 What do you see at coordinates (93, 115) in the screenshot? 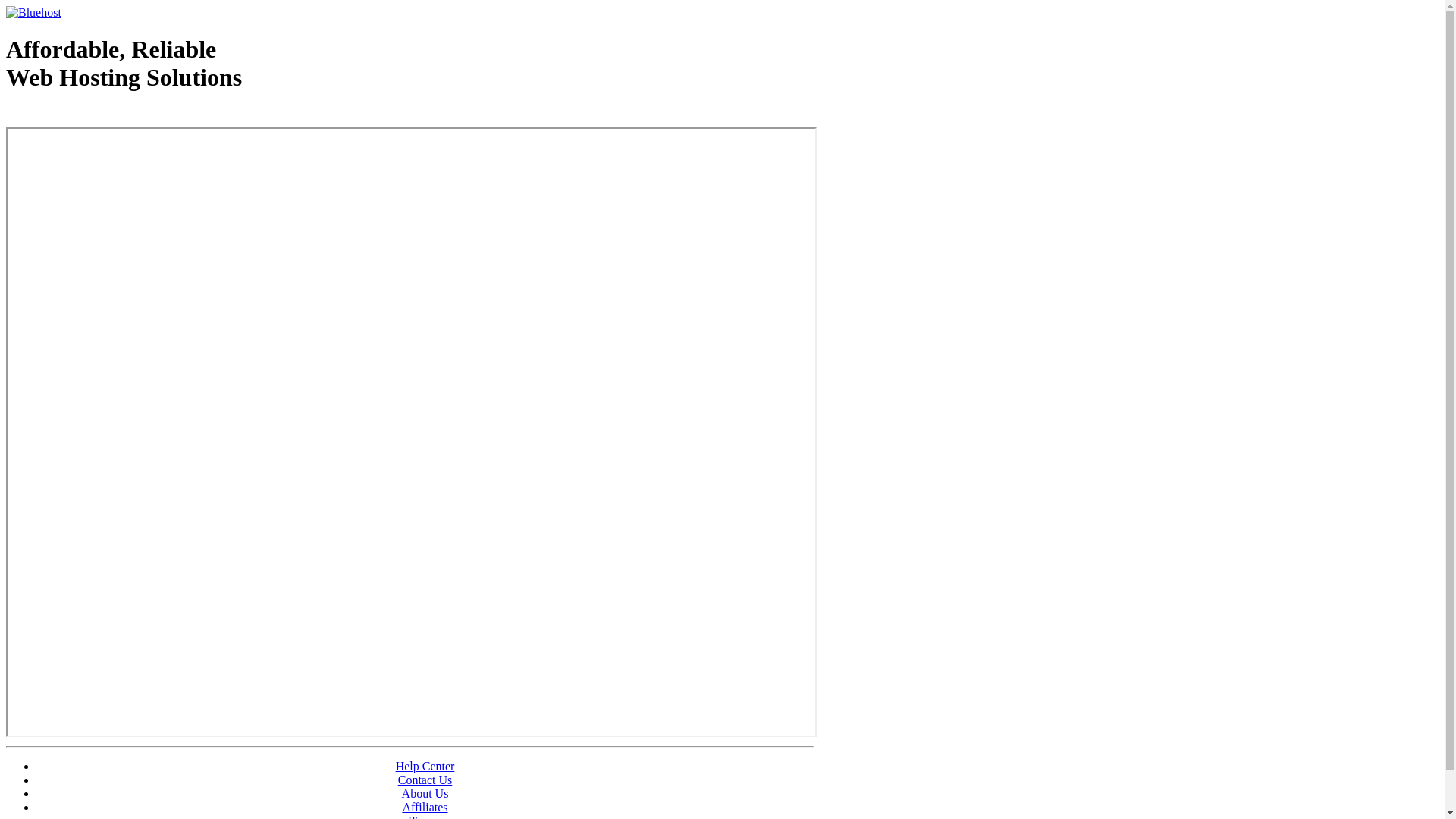
I see `'Web Hosting - courtesy of www.bluehost.com'` at bounding box center [93, 115].